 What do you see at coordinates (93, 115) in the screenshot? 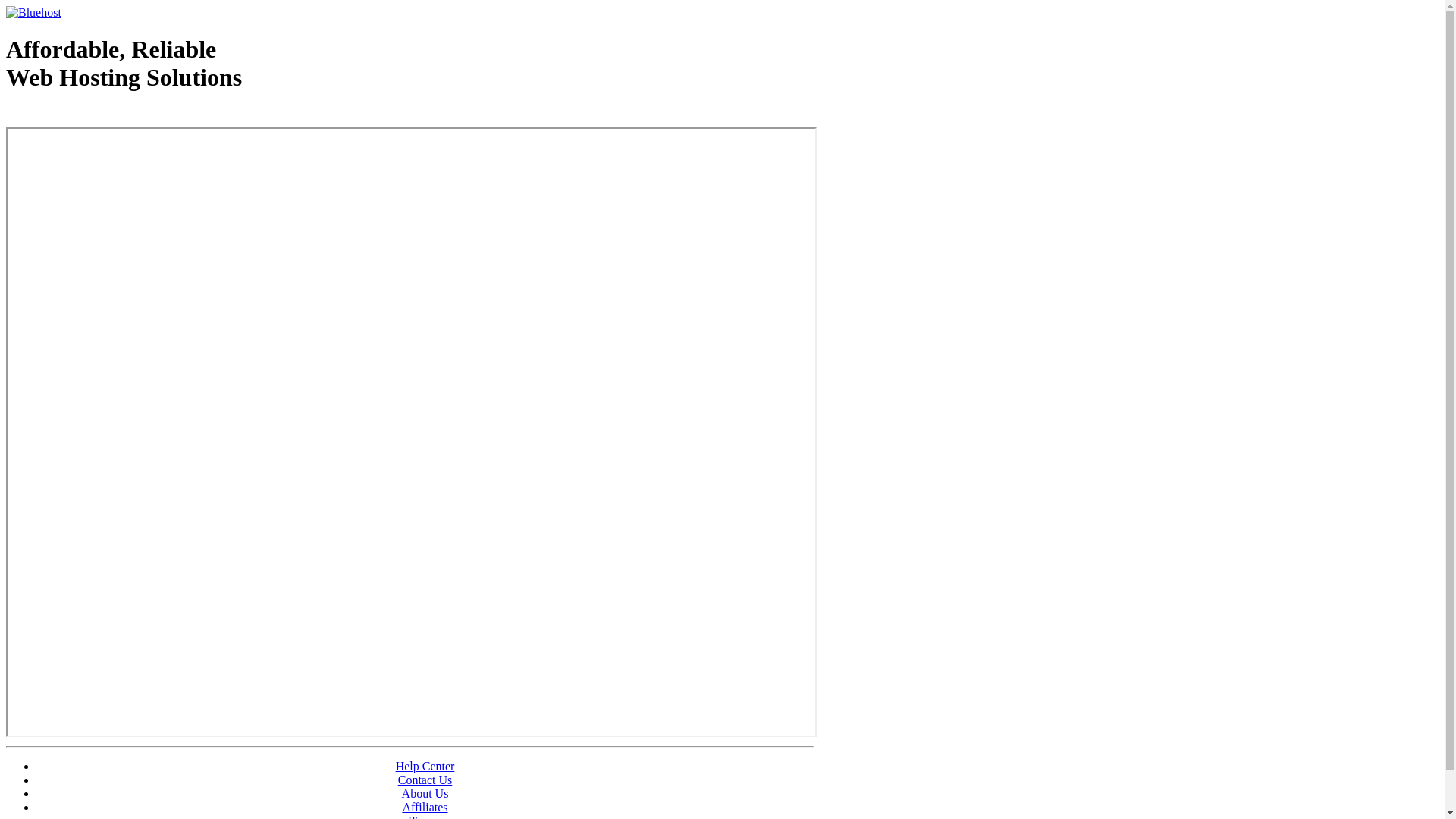
I see `'Web Hosting - courtesy of www.bluehost.com'` at bounding box center [93, 115].